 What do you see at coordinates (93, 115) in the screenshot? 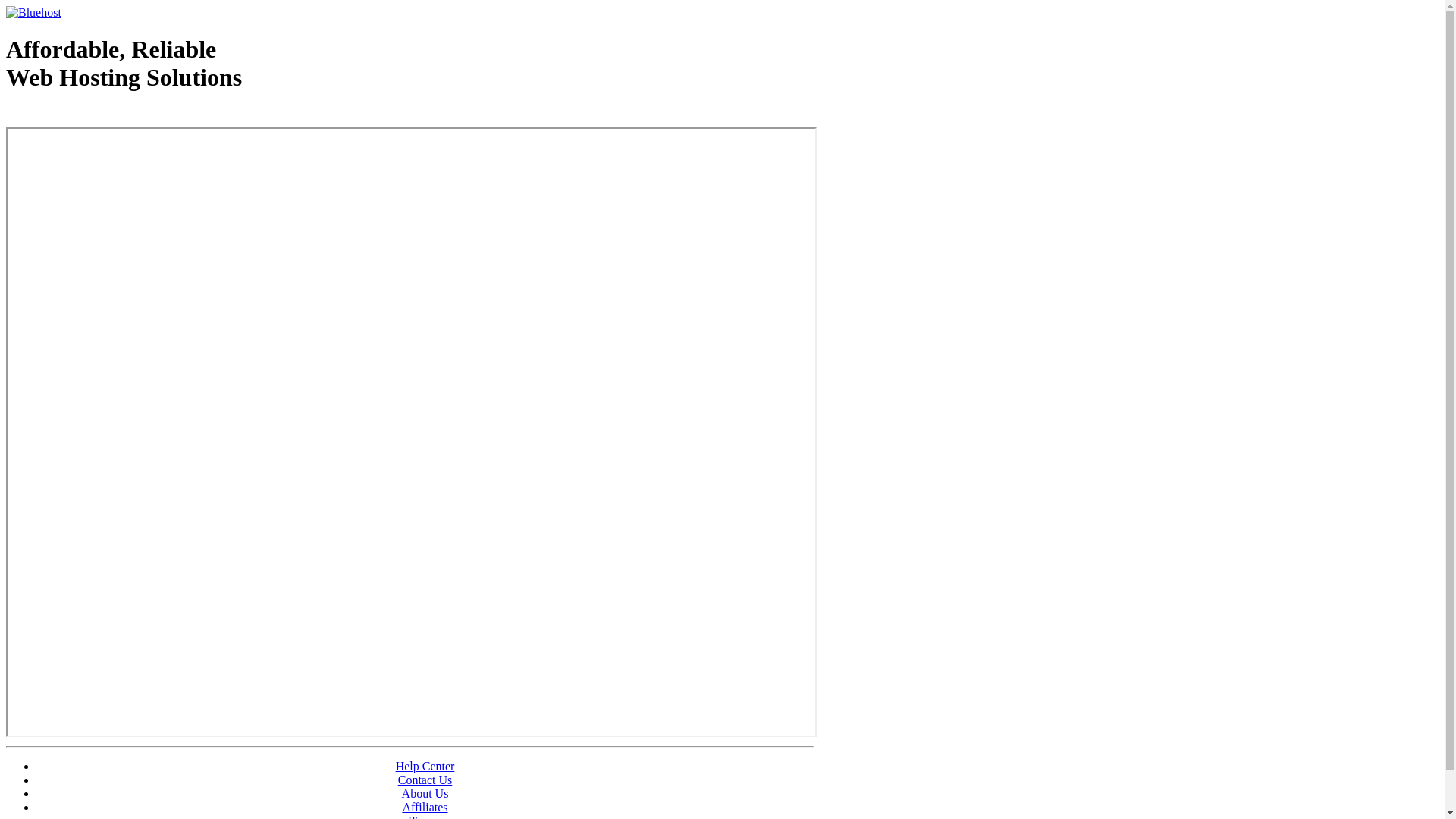
I see `'Web Hosting - courtesy of www.bluehost.com'` at bounding box center [93, 115].